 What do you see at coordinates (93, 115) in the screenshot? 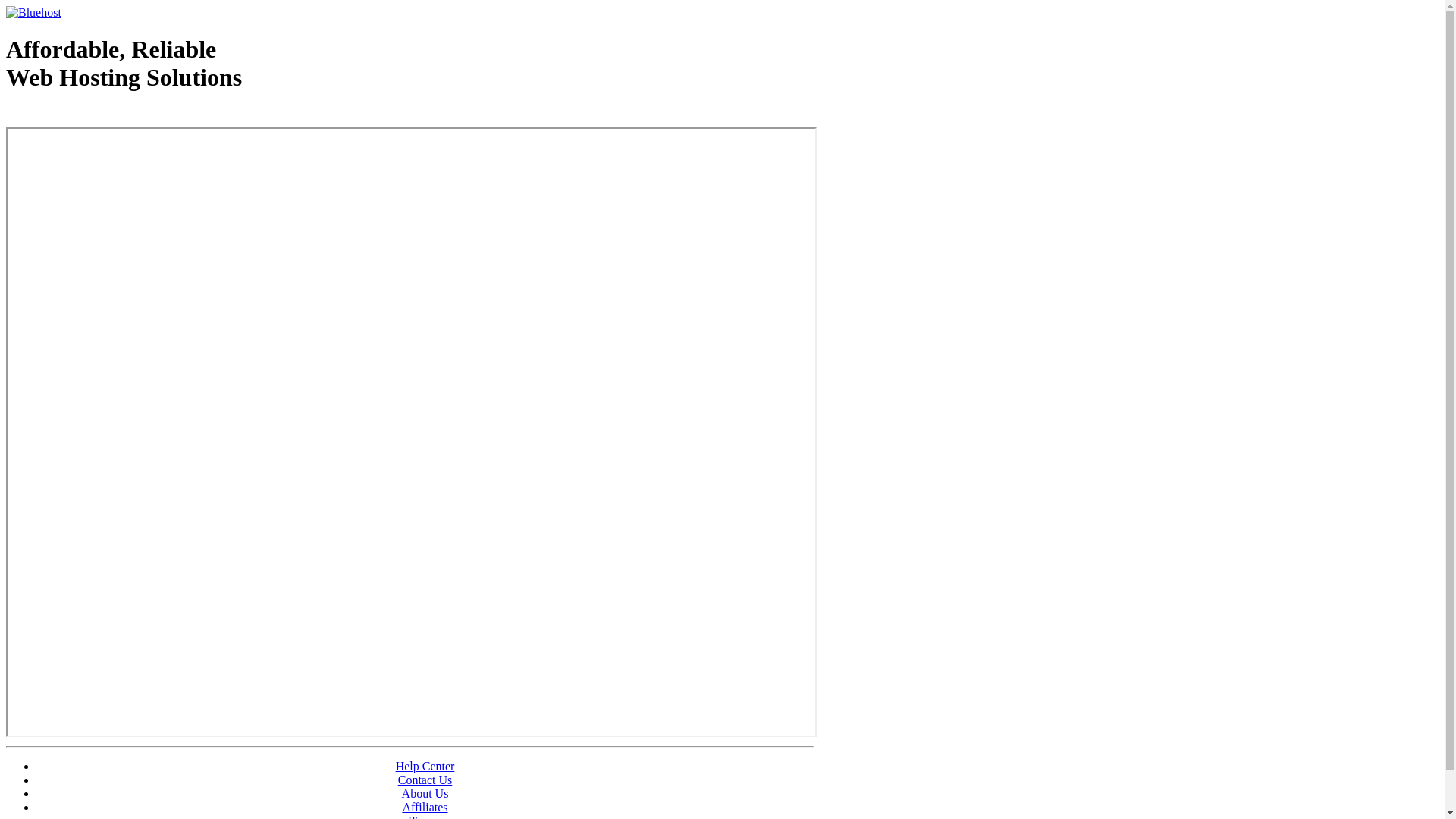
I see `'Web Hosting - courtesy of www.bluehost.com'` at bounding box center [93, 115].